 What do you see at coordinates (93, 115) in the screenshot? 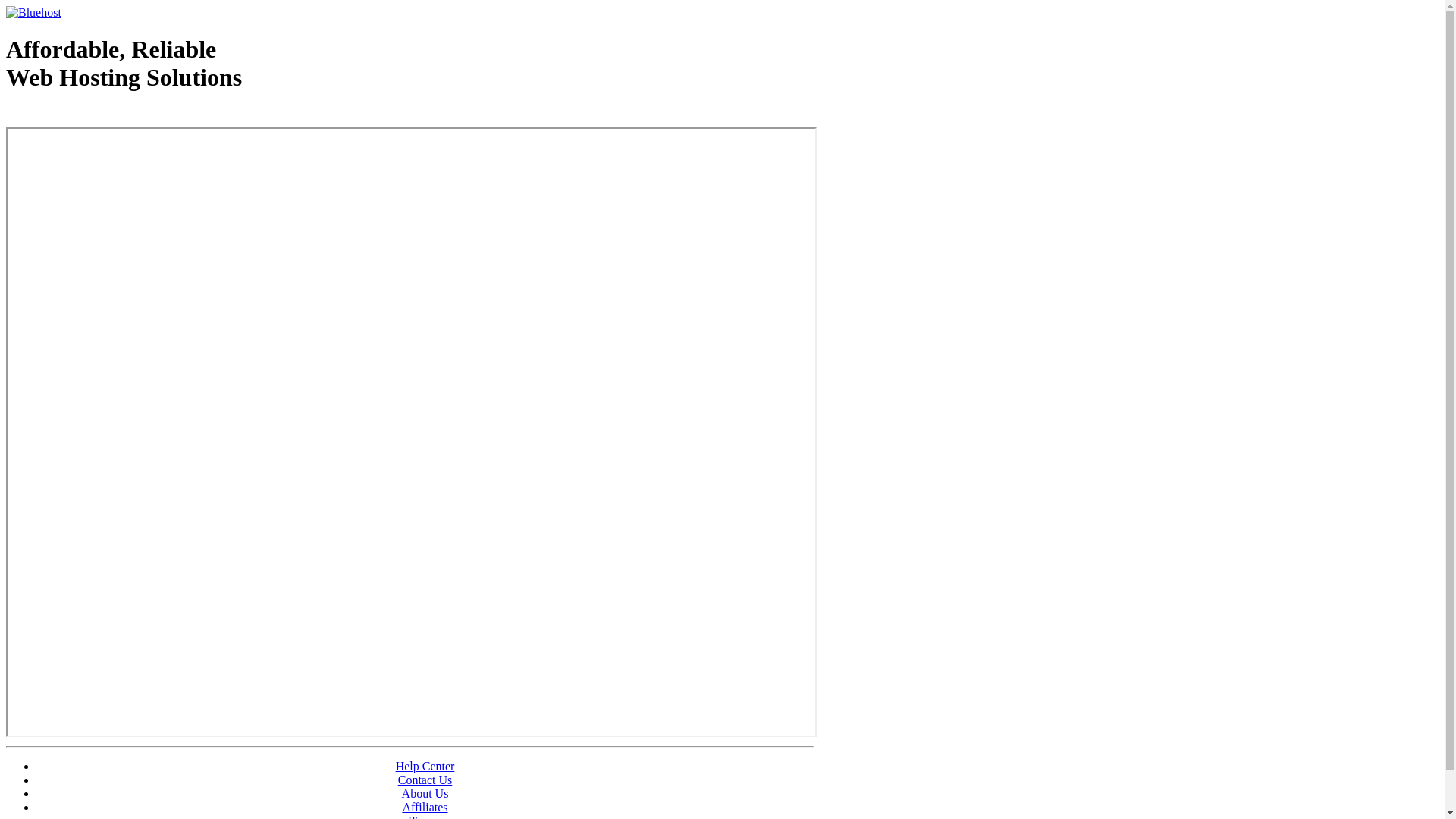
I see `'Web Hosting - courtesy of www.bluehost.com'` at bounding box center [93, 115].